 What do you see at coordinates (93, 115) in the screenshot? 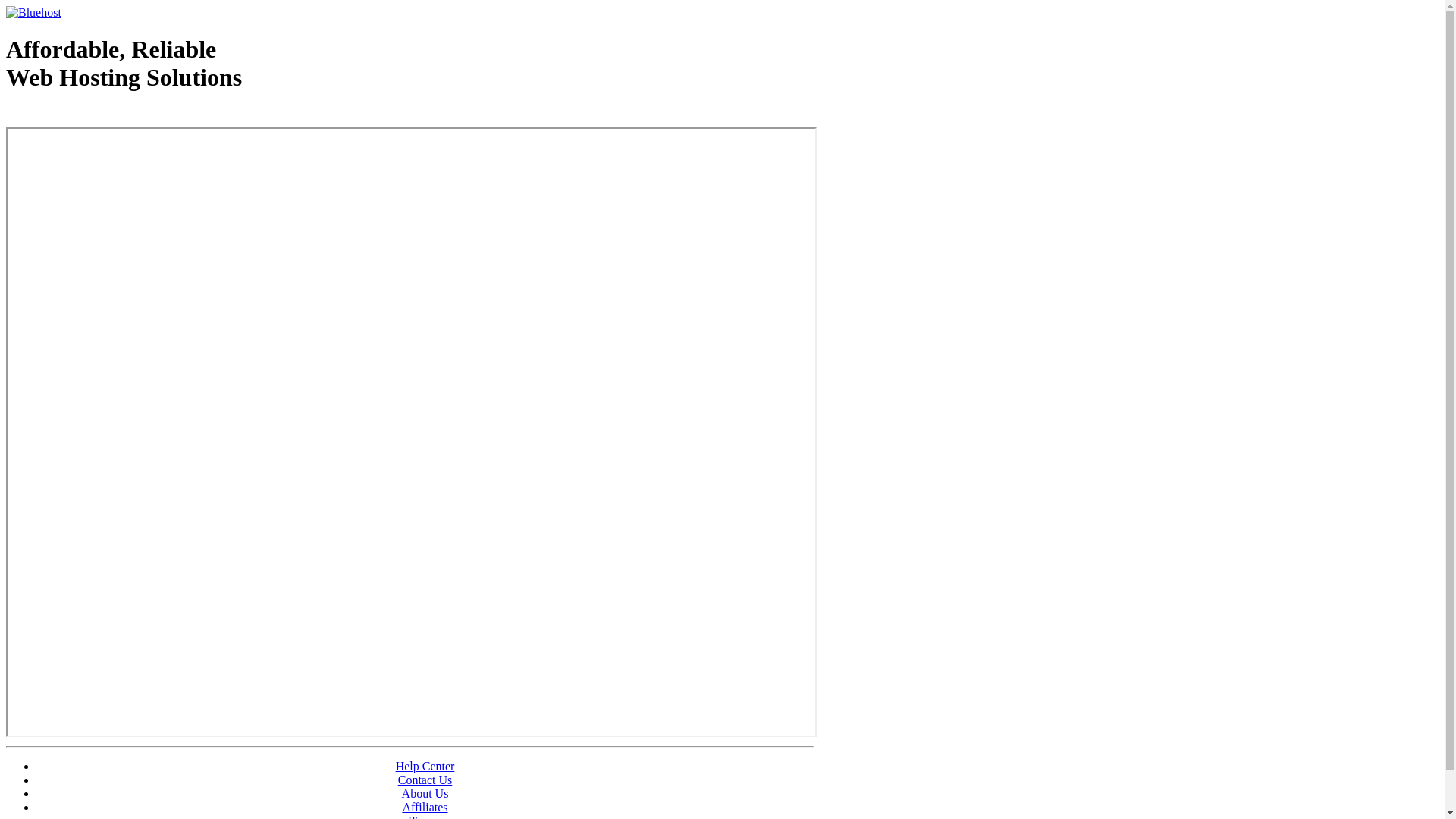
I see `'Web Hosting - courtesy of www.bluehost.com'` at bounding box center [93, 115].